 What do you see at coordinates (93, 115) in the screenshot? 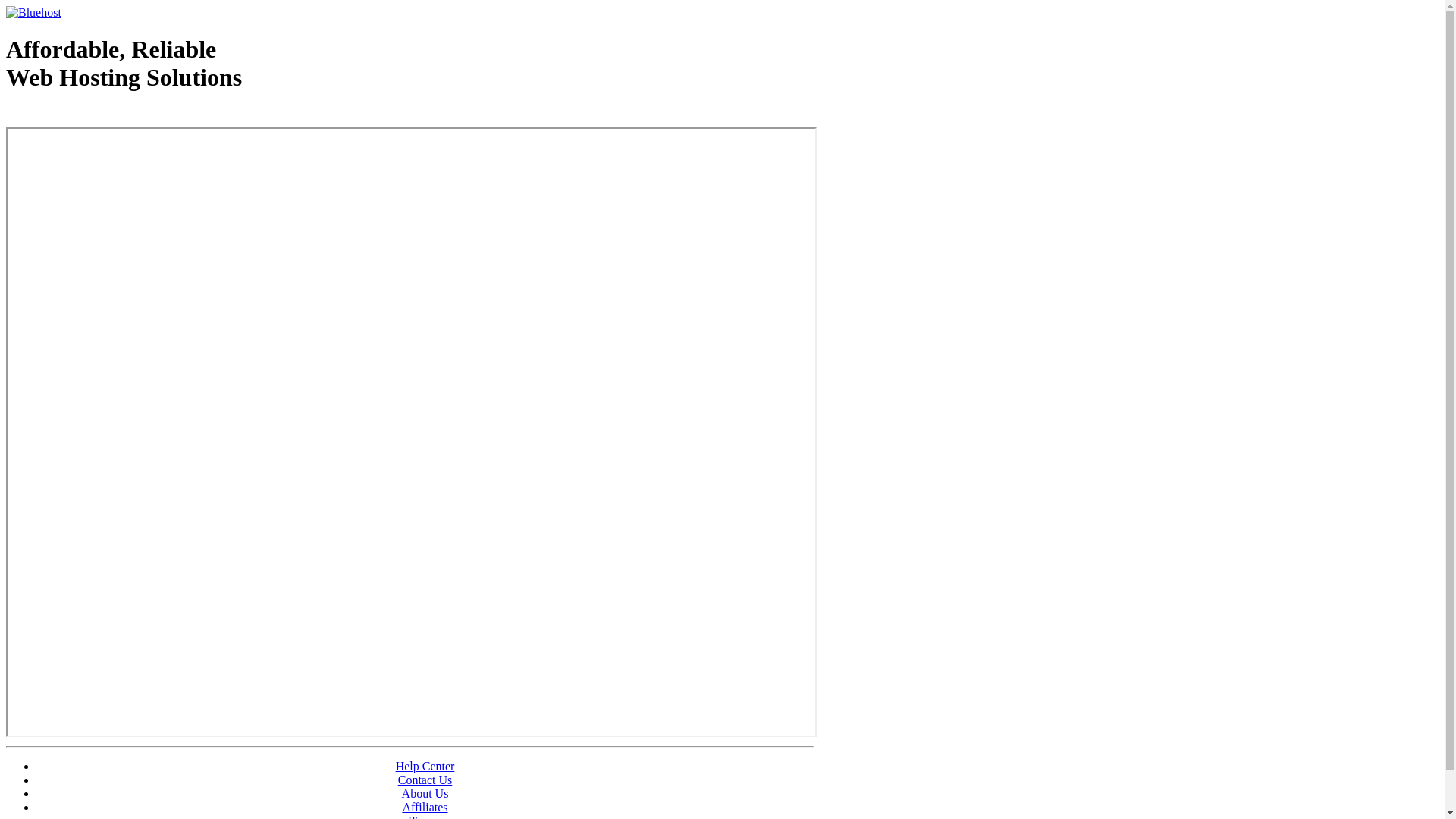
I see `'Web Hosting - courtesy of www.bluehost.com'` at bounding box center [93, 115].